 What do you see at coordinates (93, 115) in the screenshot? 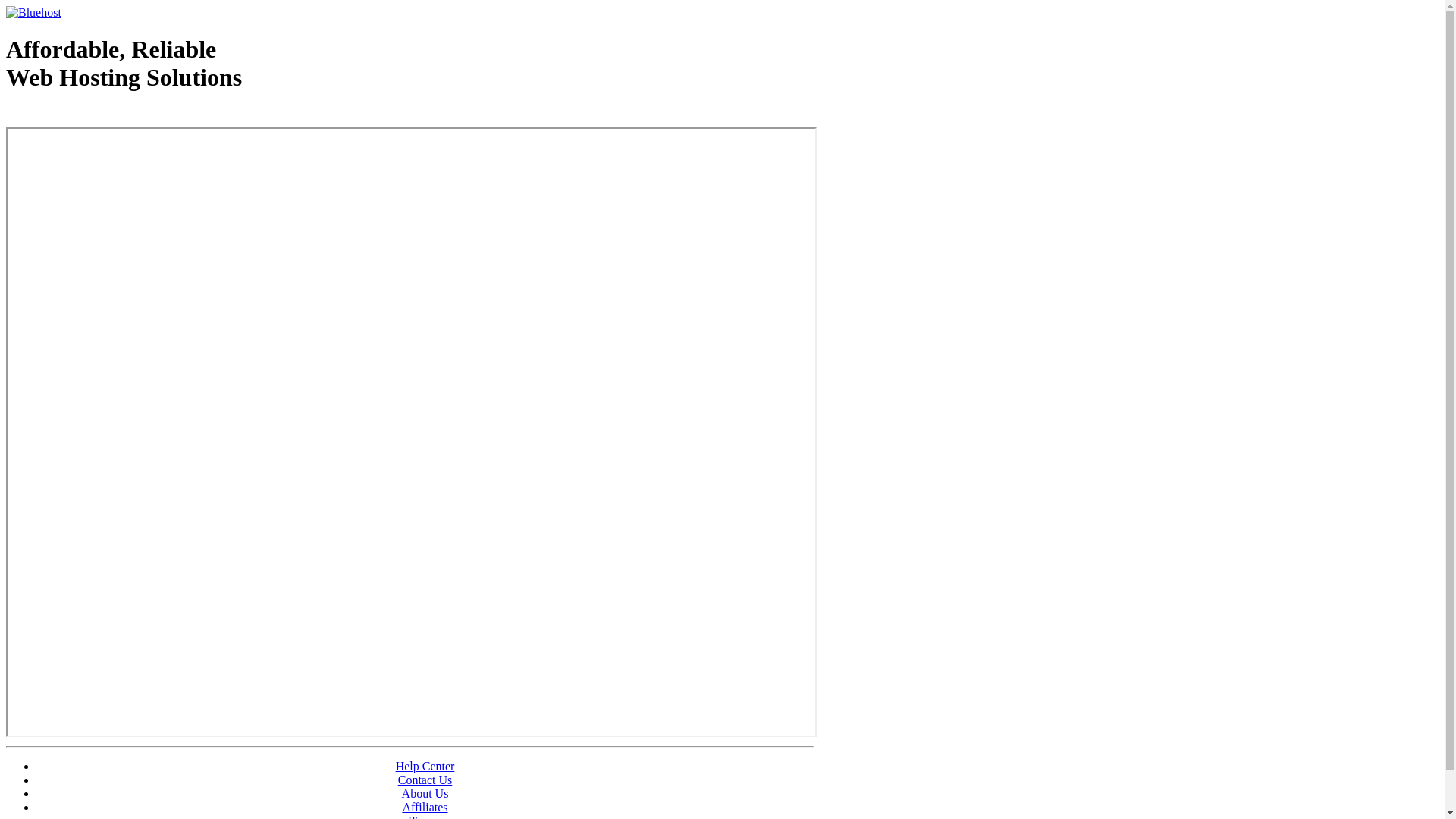
I see `'Web Hosting - courtesy of www.bluehost.com'` at bounding box center [93, 115].